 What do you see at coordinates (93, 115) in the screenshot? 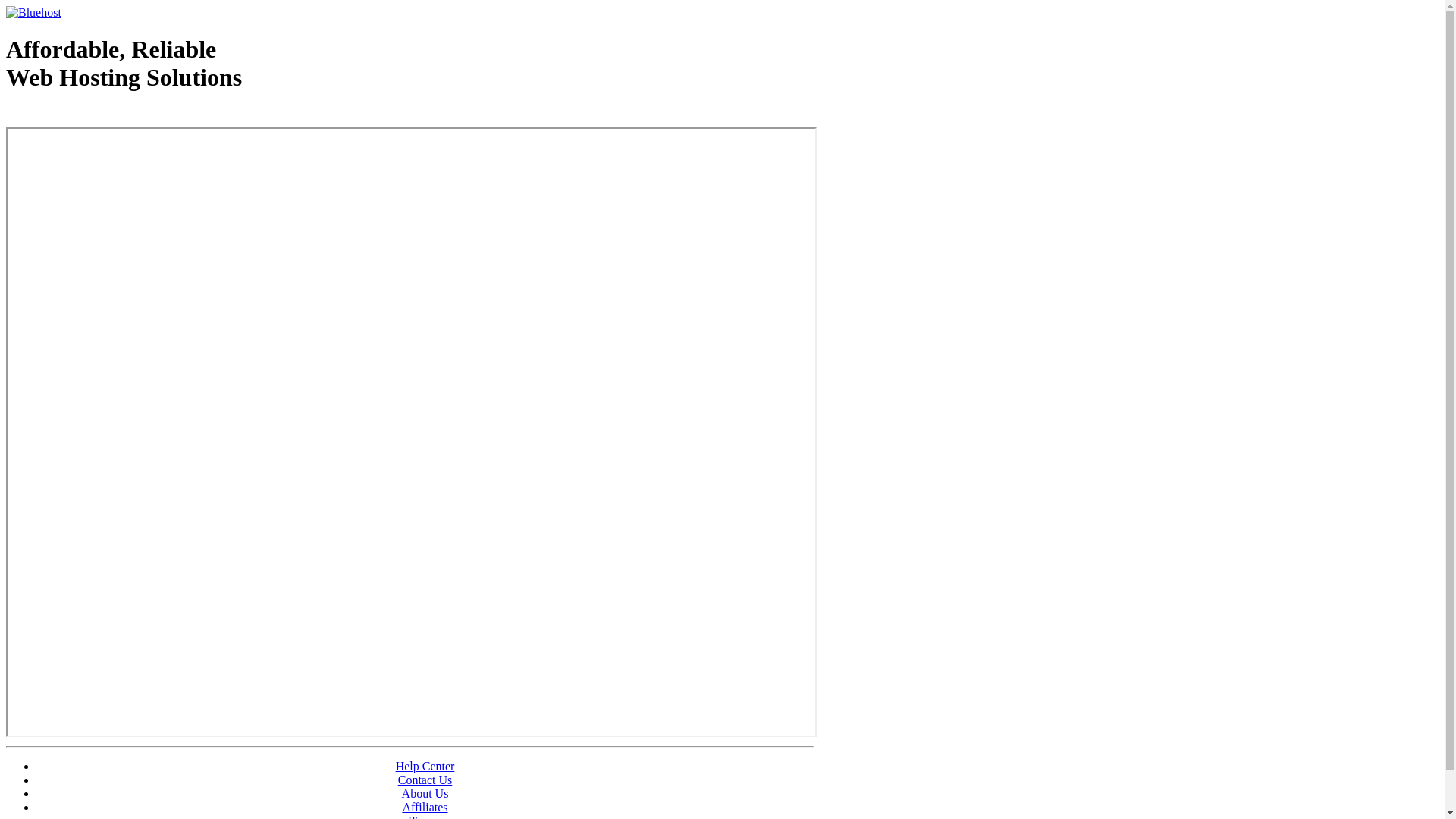
I see `'Web Hosting - courtesy of www.bluehost.com'` at bounding box center [93, 115].